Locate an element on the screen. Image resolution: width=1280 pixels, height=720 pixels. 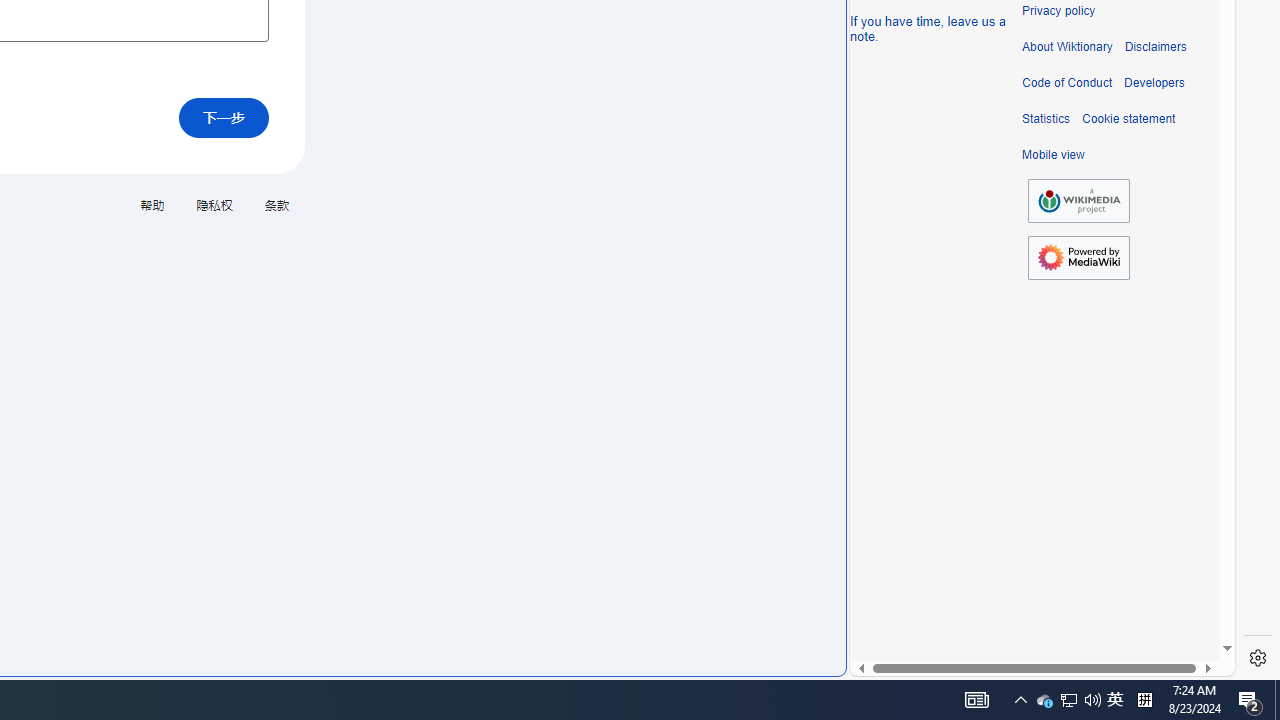
'Developers' is located at coordinates (1154, 82).